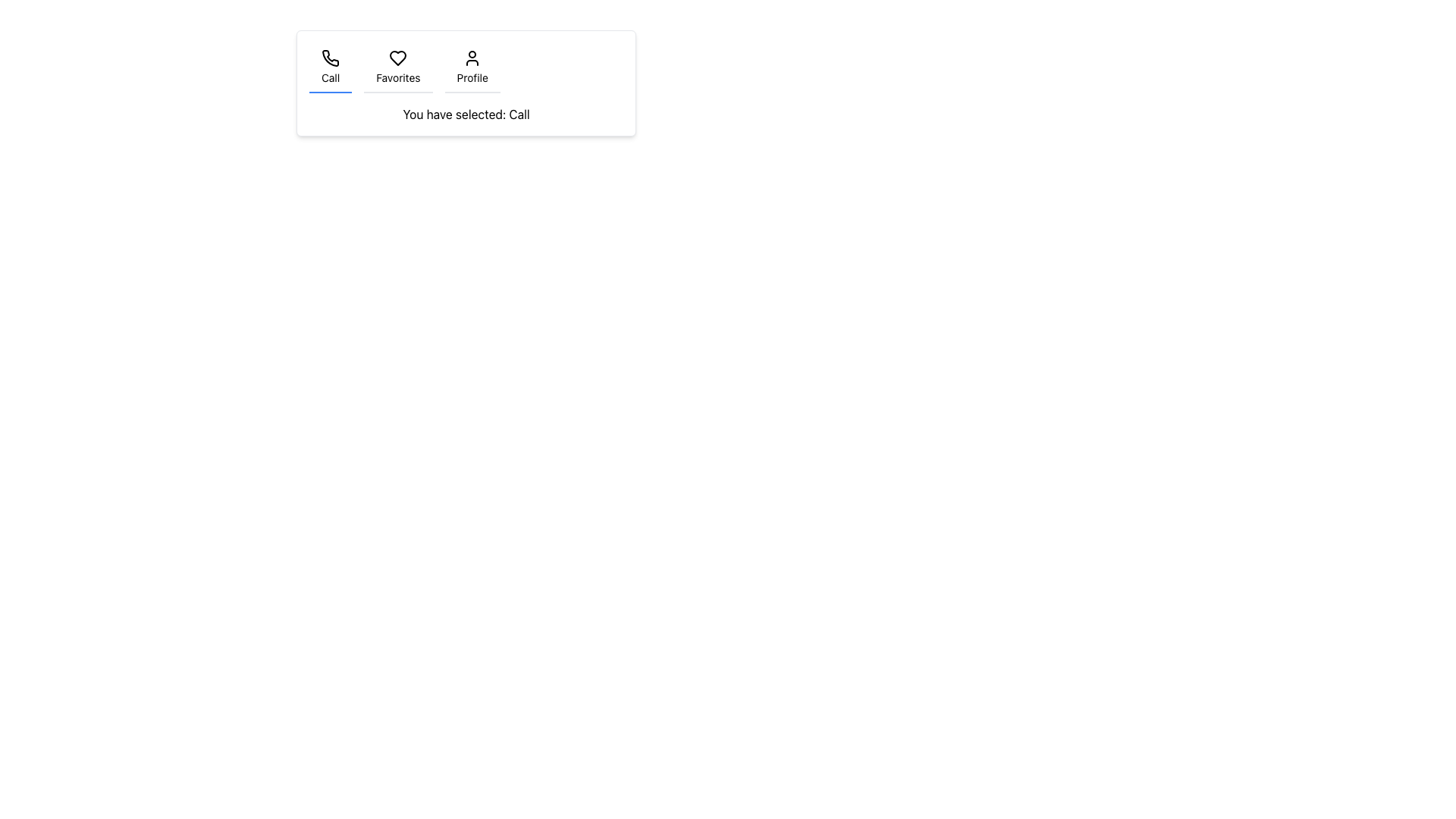 This screenshot has height=819, width=1456. Describe the element at coordinates (472, 78) in the screenshot. I see `the static text label displaying 'Profile', which is centrally aligned below a user icon and part of a grouping with 'Call' and 'Favorites'` at that location.